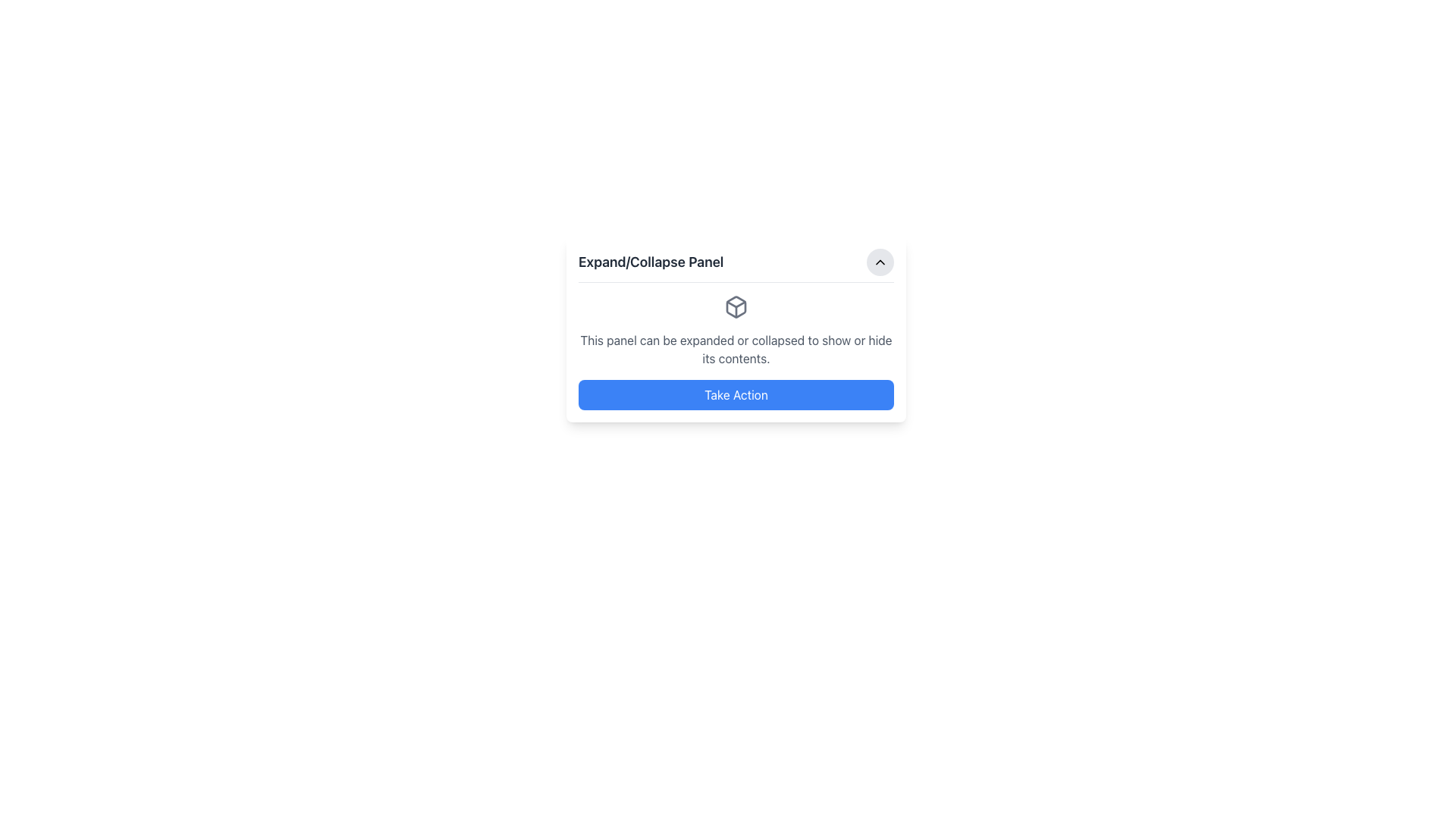 This screenshot has height=819, width=1456. What do you see at coordinates (880, 262) in the screenshot?
I see `the gray circular button in the top-right corner of the 'Expand/Collapse Panel' to observe interaction effects` at bounding box center [880, 262].